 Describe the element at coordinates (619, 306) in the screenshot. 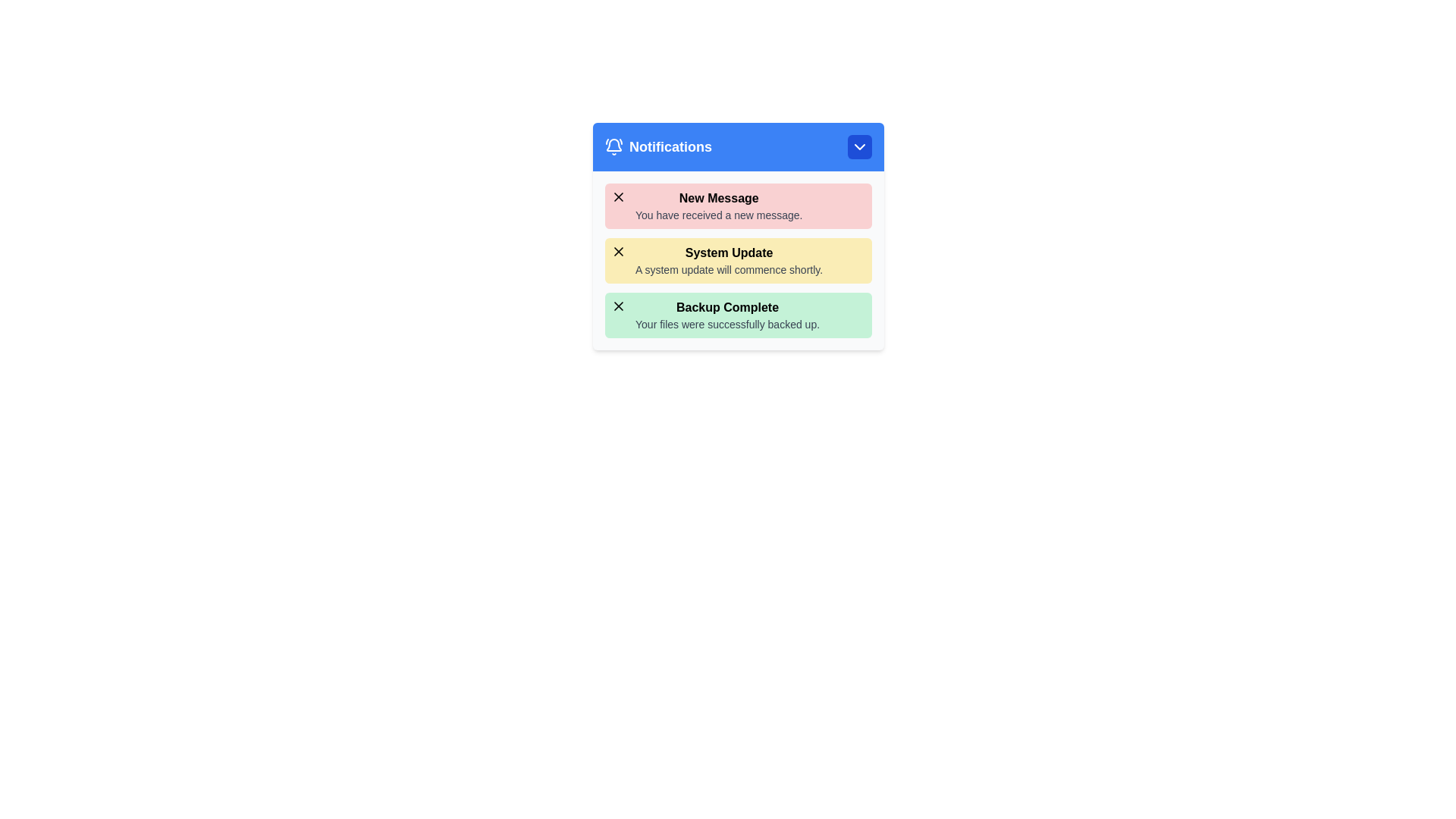

I see `the close icon in the third notification row` at that location.